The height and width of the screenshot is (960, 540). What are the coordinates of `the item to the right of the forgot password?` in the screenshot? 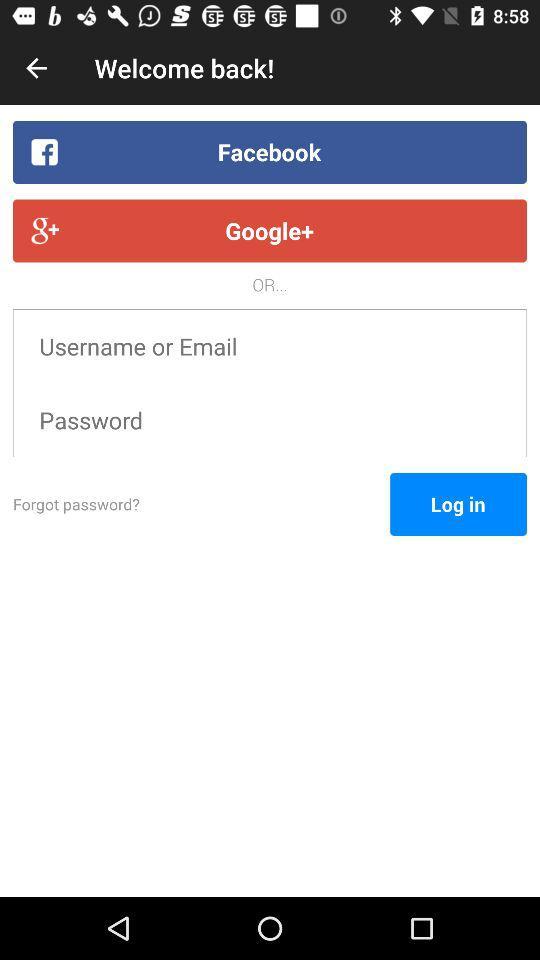 It's located at (458, 503).